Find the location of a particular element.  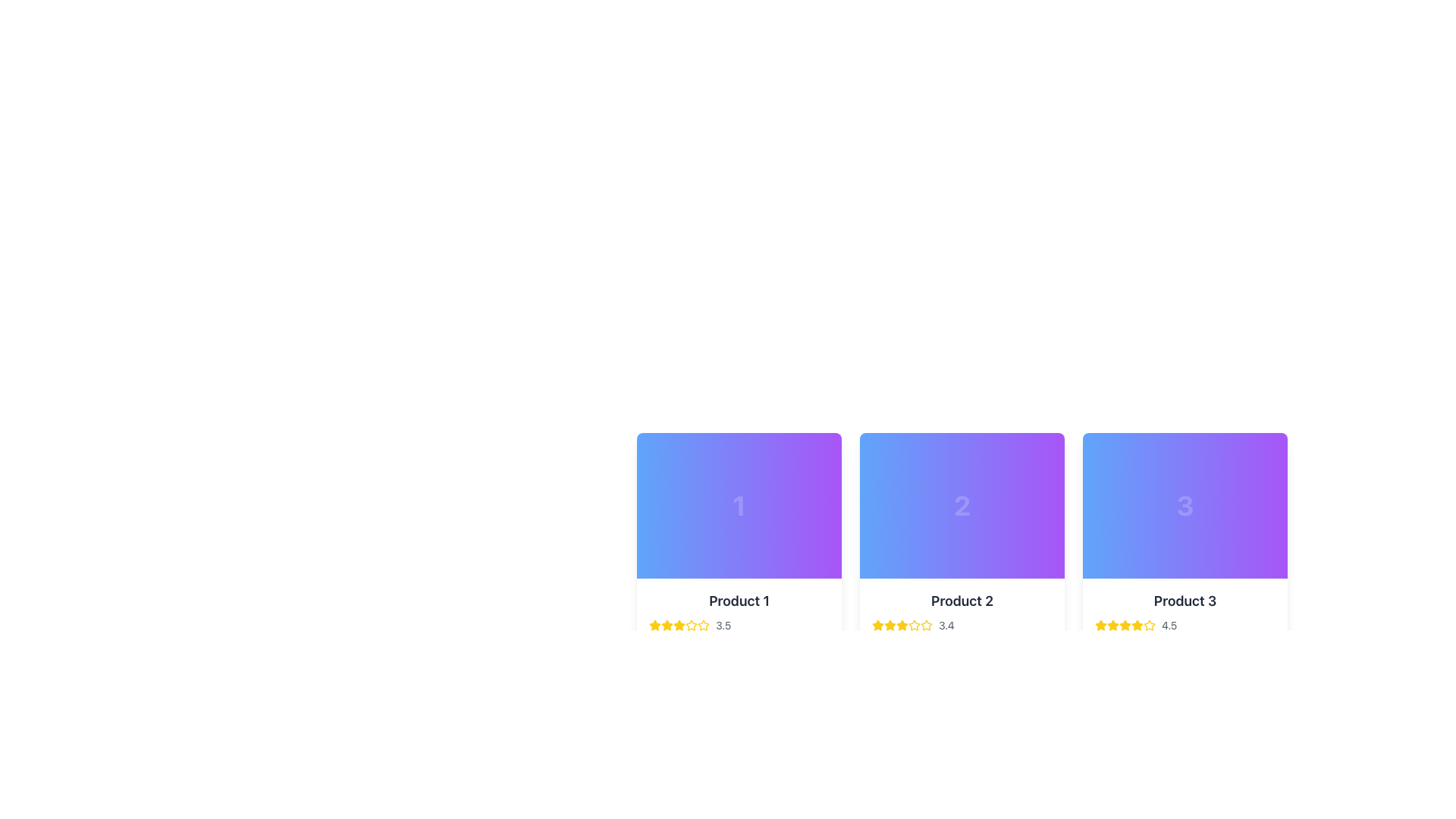

the second star icon in the rating component located beneath the third product card by moving the cursor to its center is located at coordinates (1113, 625).